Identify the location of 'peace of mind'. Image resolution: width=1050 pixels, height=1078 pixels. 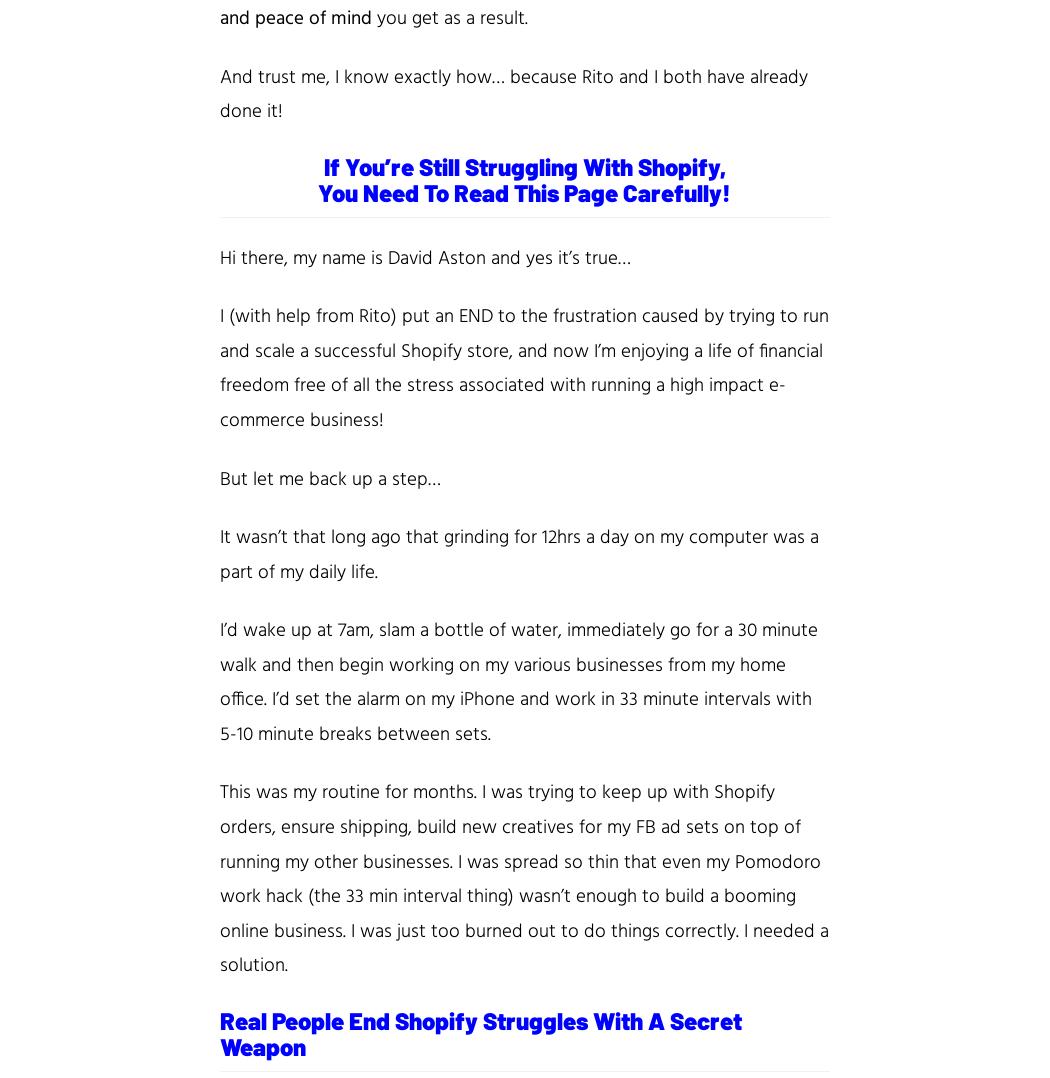
(316, 17).